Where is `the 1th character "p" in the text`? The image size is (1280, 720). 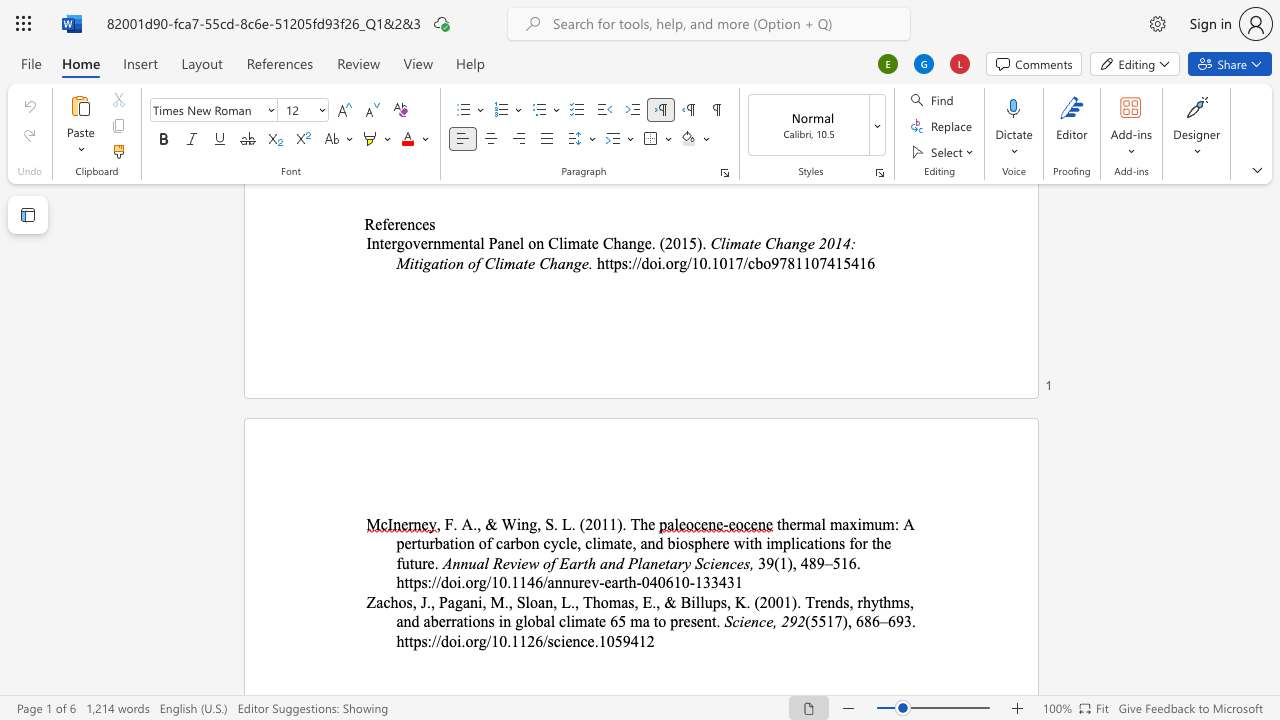
the 1th character "p" in the text is located at coordinates (674, 620).